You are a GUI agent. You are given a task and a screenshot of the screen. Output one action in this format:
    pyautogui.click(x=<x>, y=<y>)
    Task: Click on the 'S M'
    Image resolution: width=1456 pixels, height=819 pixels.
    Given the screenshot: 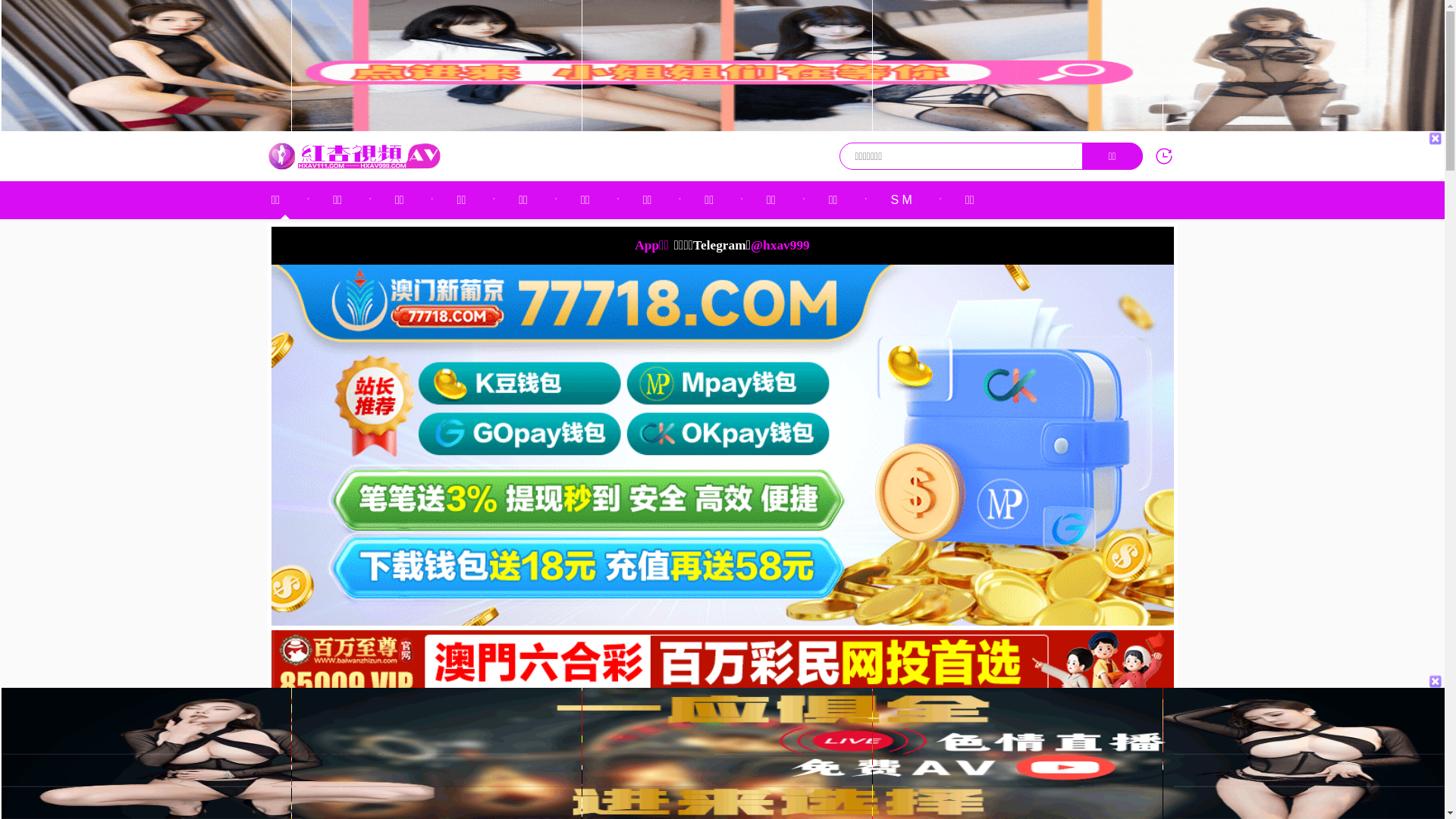 What is the action you would take?
    pyautogui.click(x=901, y=199)
    